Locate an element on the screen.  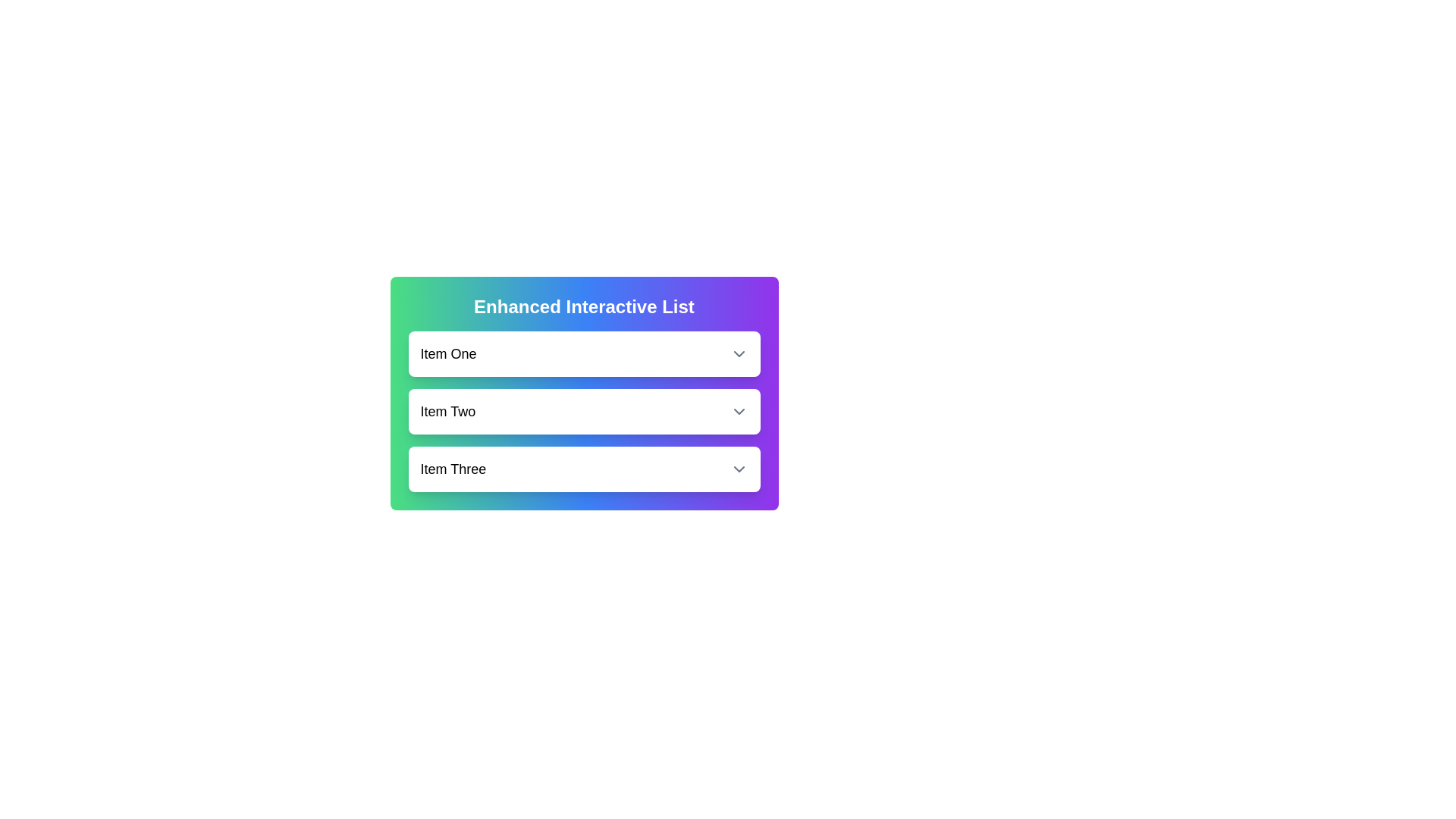
the downward-facing chevron icon next to 'Item Two' in the dropdown menu is located at coordinates (739, 412).